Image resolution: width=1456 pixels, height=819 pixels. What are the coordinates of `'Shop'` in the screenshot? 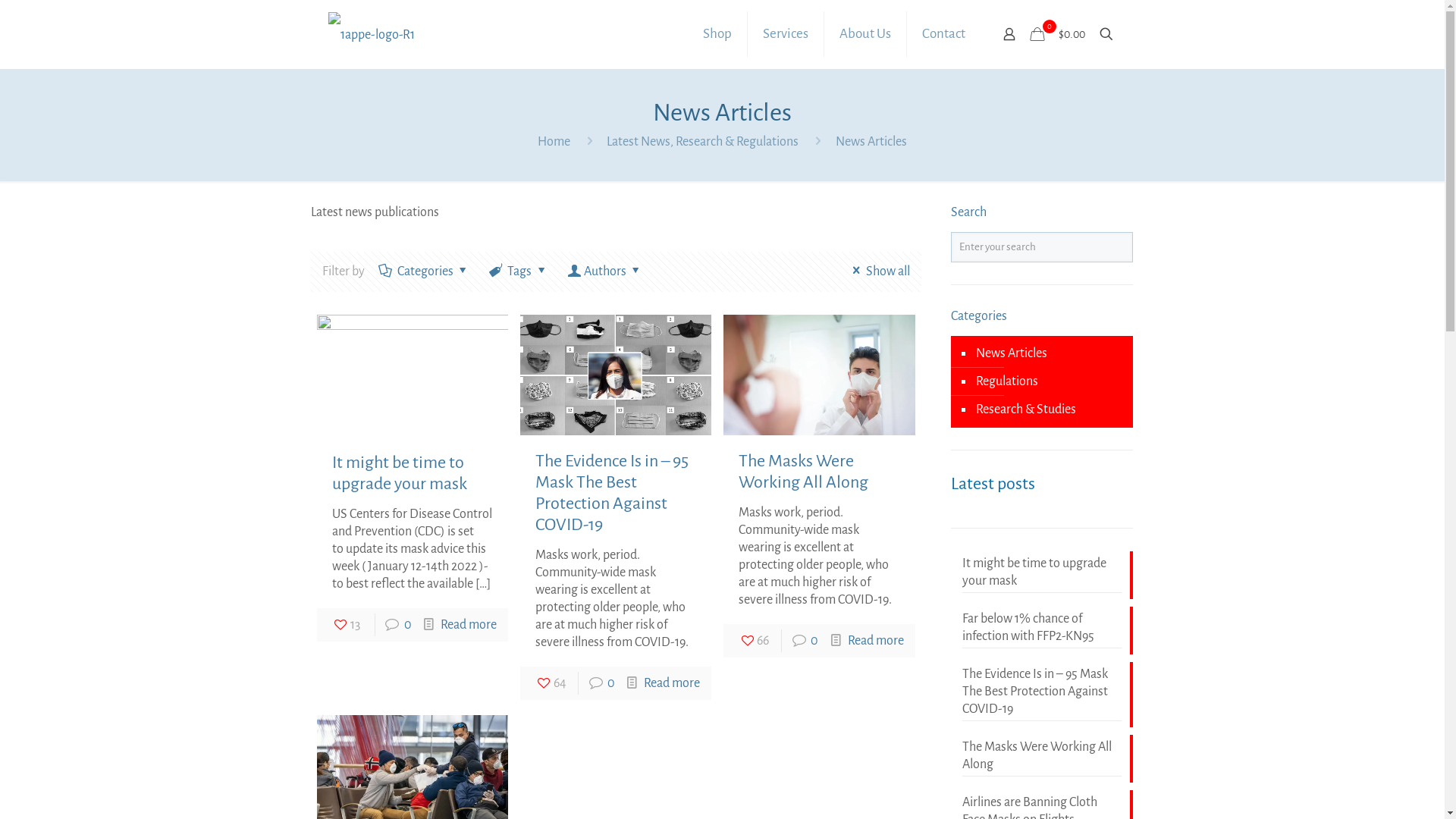 It's located at (717, 34).